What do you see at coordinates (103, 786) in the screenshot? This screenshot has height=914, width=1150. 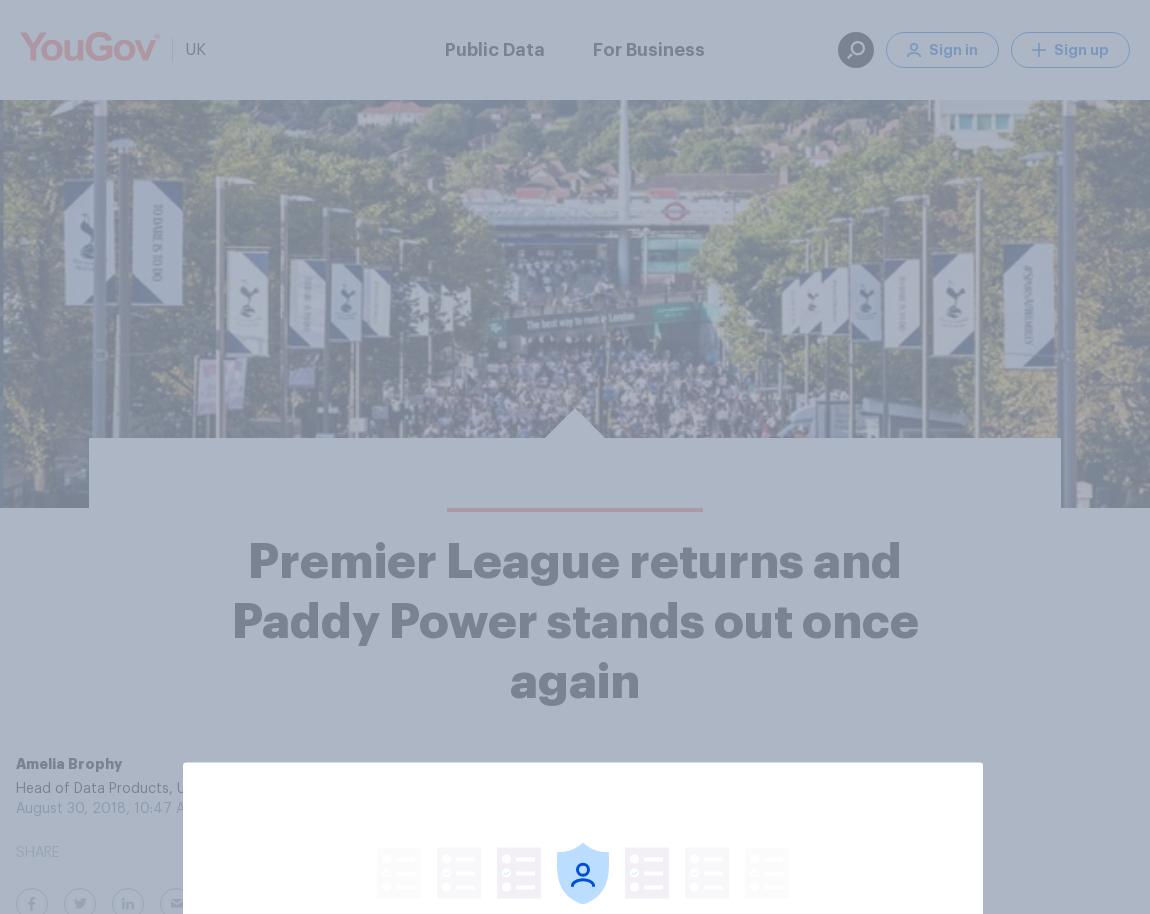 I see `'Head of Data Products, UK'` at bounding box center [103, 786].